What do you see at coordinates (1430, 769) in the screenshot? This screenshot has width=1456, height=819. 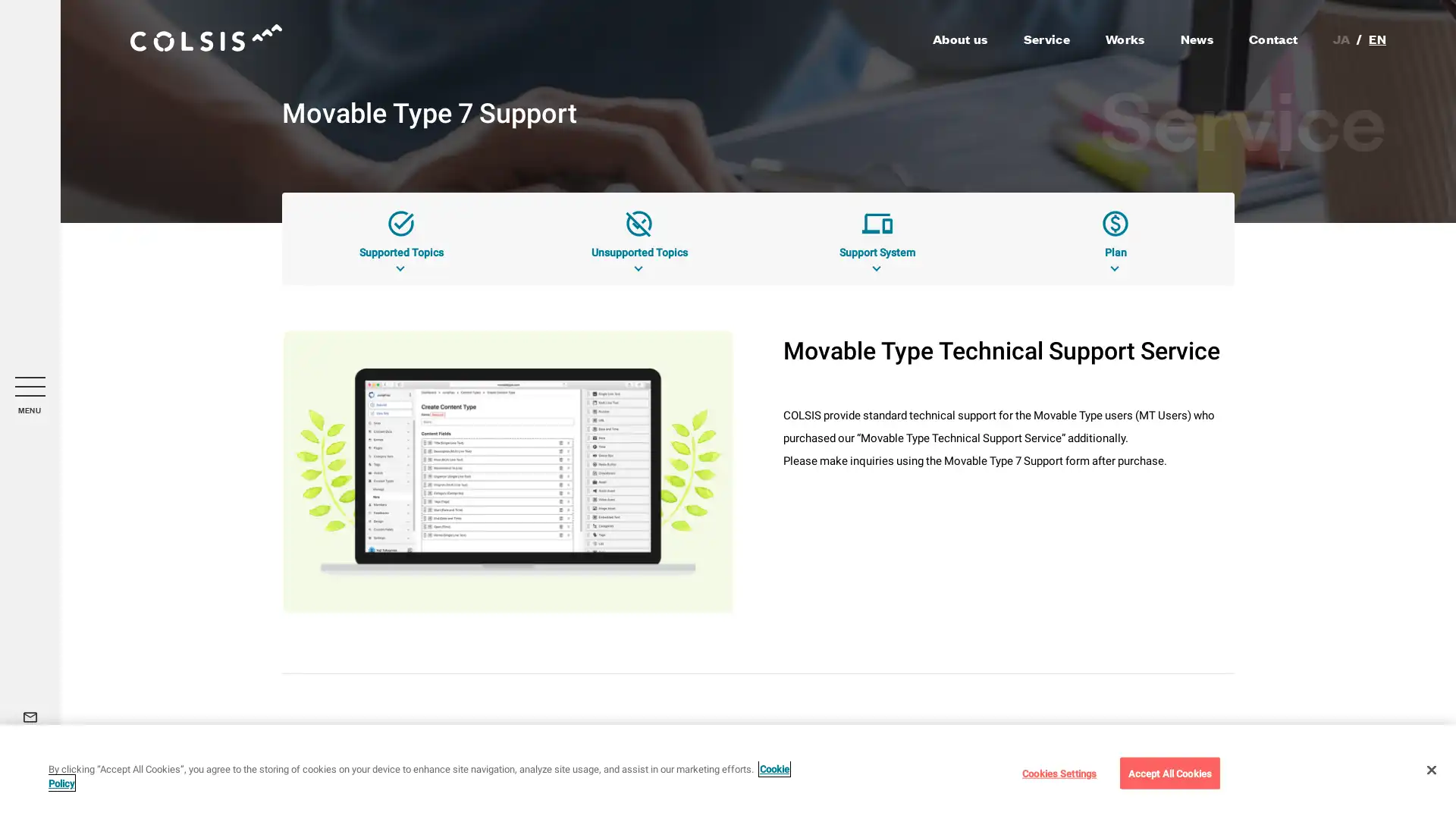 I see `Close` at bounding box center [1430, 769].